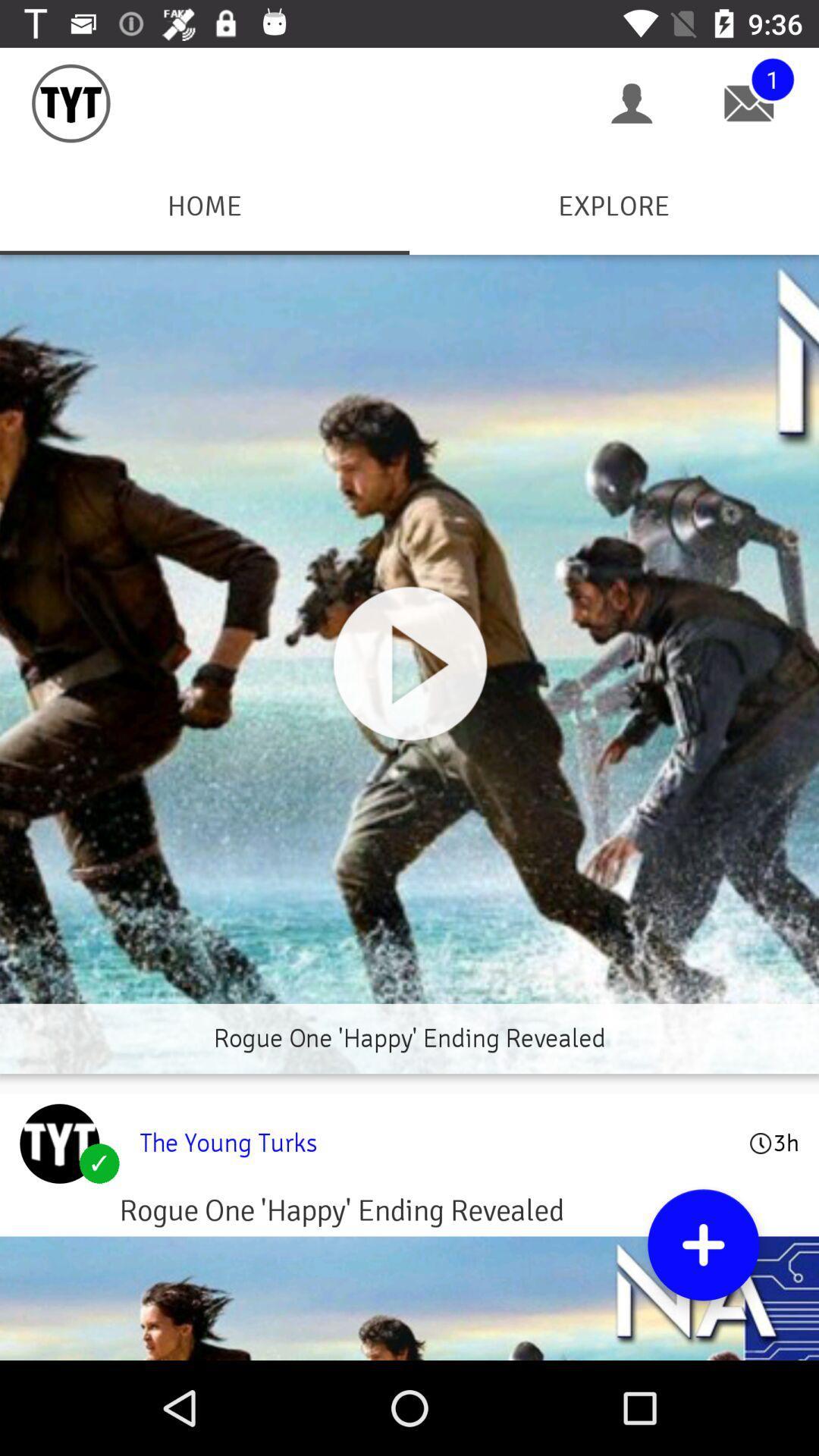  What do you see at coordinates (58, 1144) in the screenshot?
I see `the app next to the rogue one happy` at bounding box center [58, 1144].